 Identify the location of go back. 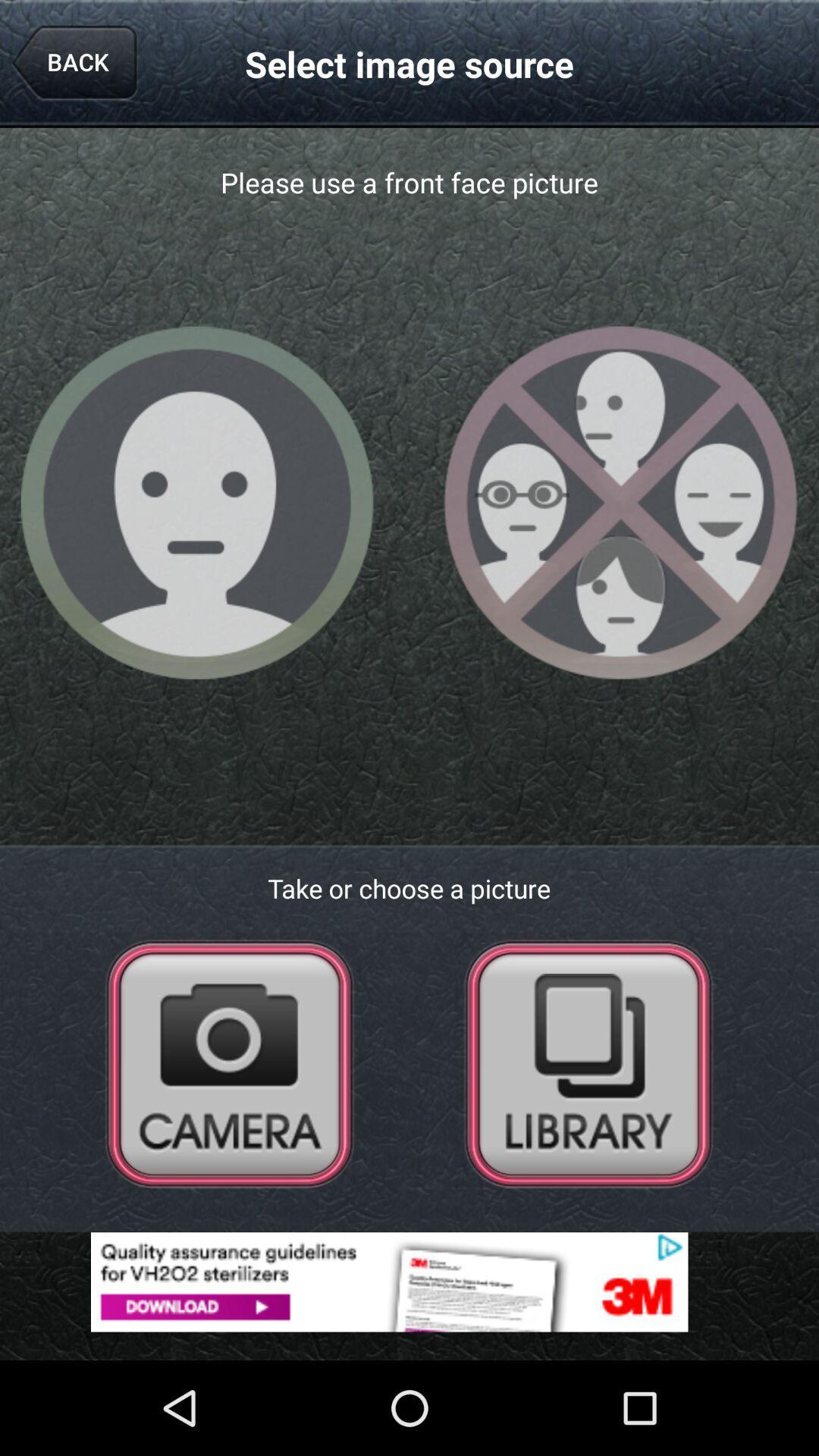
(588, 1062).